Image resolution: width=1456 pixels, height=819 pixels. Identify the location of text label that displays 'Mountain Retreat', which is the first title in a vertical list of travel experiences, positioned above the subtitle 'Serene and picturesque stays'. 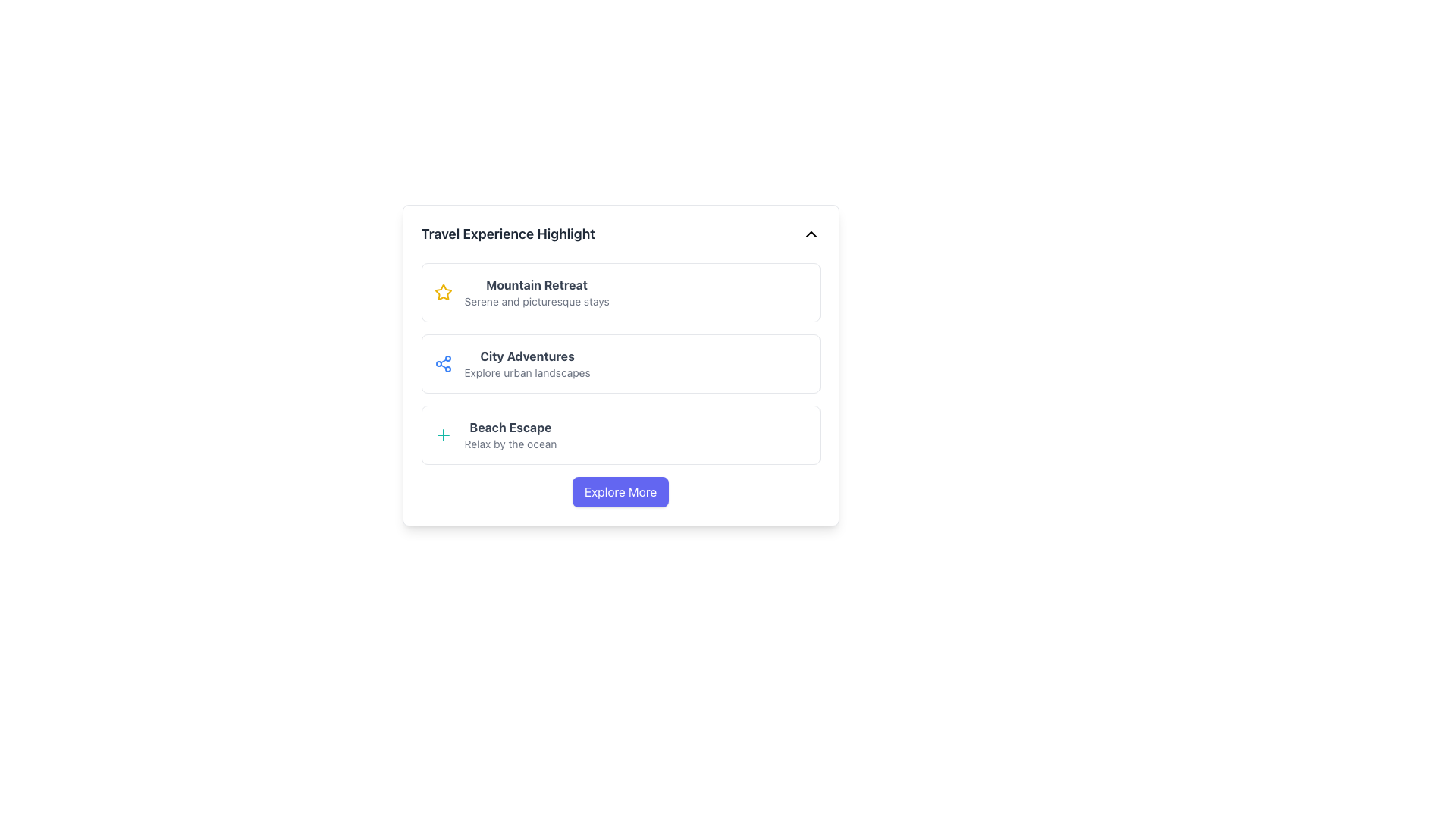
(537, 284).